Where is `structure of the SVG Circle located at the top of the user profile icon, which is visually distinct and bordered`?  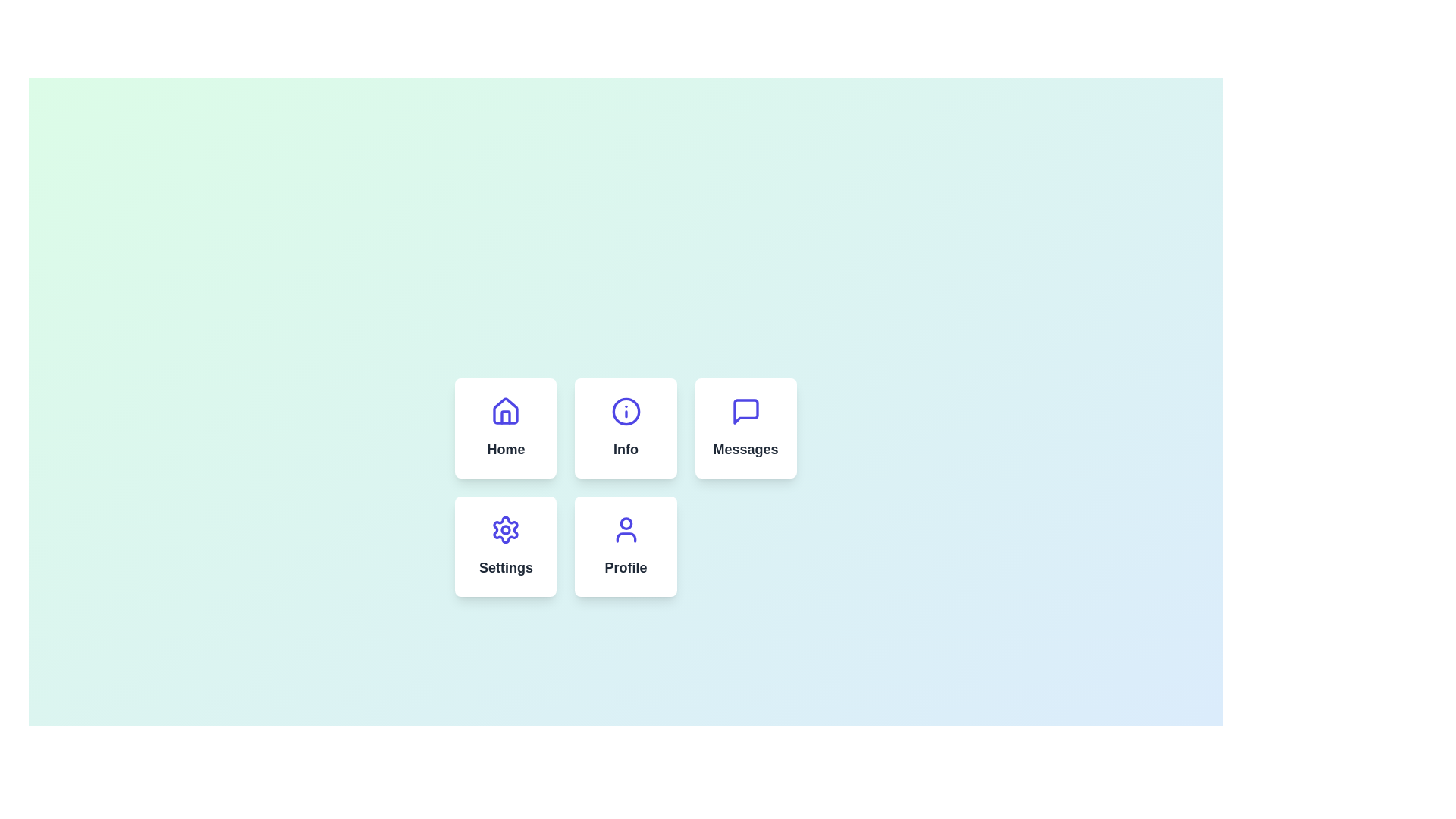 structure of the SVG Circle located at the top of the user profile icon, which is visually distinct and bordered is located at coordinates (626, 522).